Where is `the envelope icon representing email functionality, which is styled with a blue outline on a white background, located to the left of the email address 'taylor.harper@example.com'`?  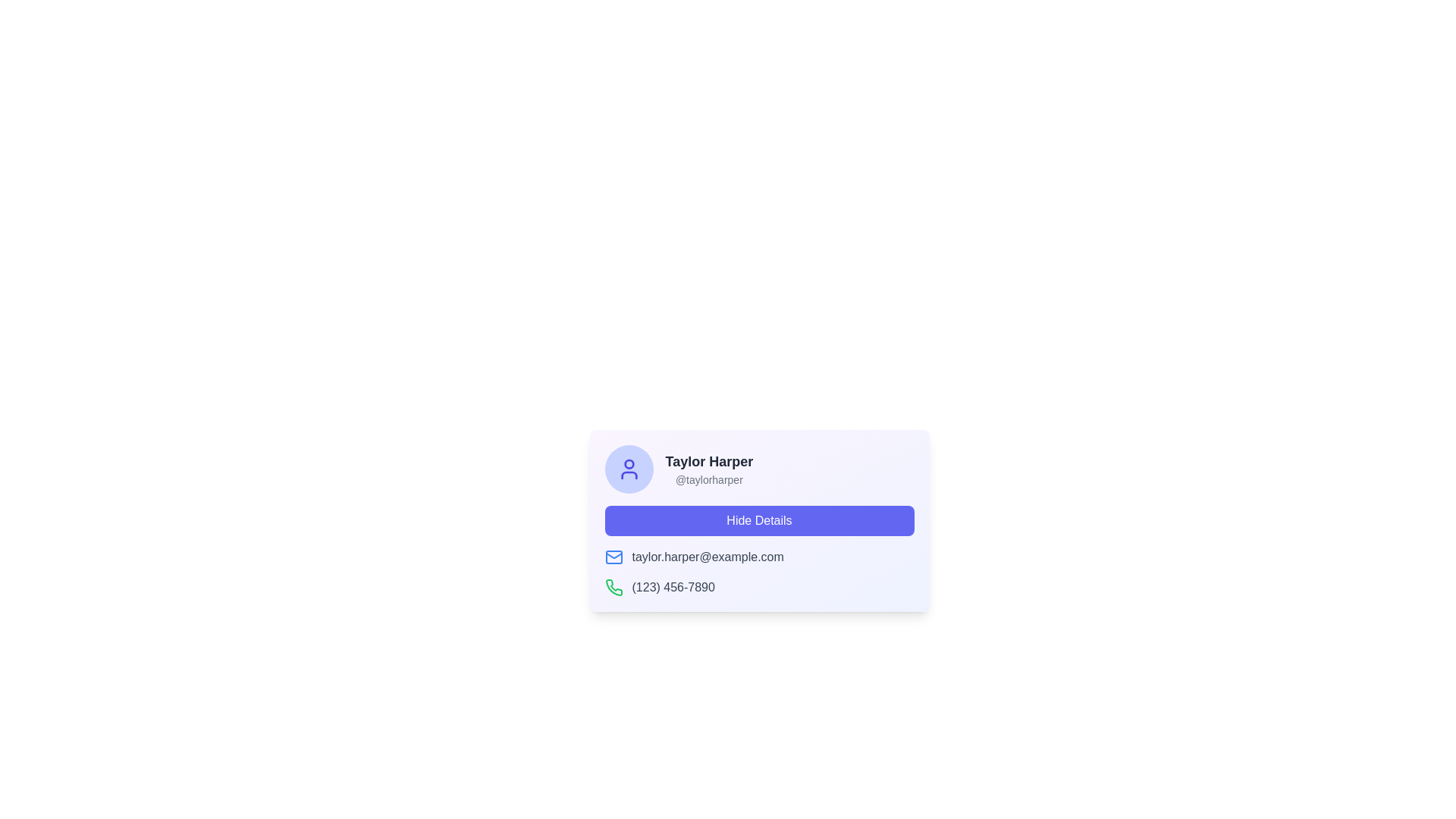 the envelope icon representing email functionality, which is styled with a blue outline on a white background, located to the left of the email address 'taylor.harper@example.com' is located at coordinates (613, 557).